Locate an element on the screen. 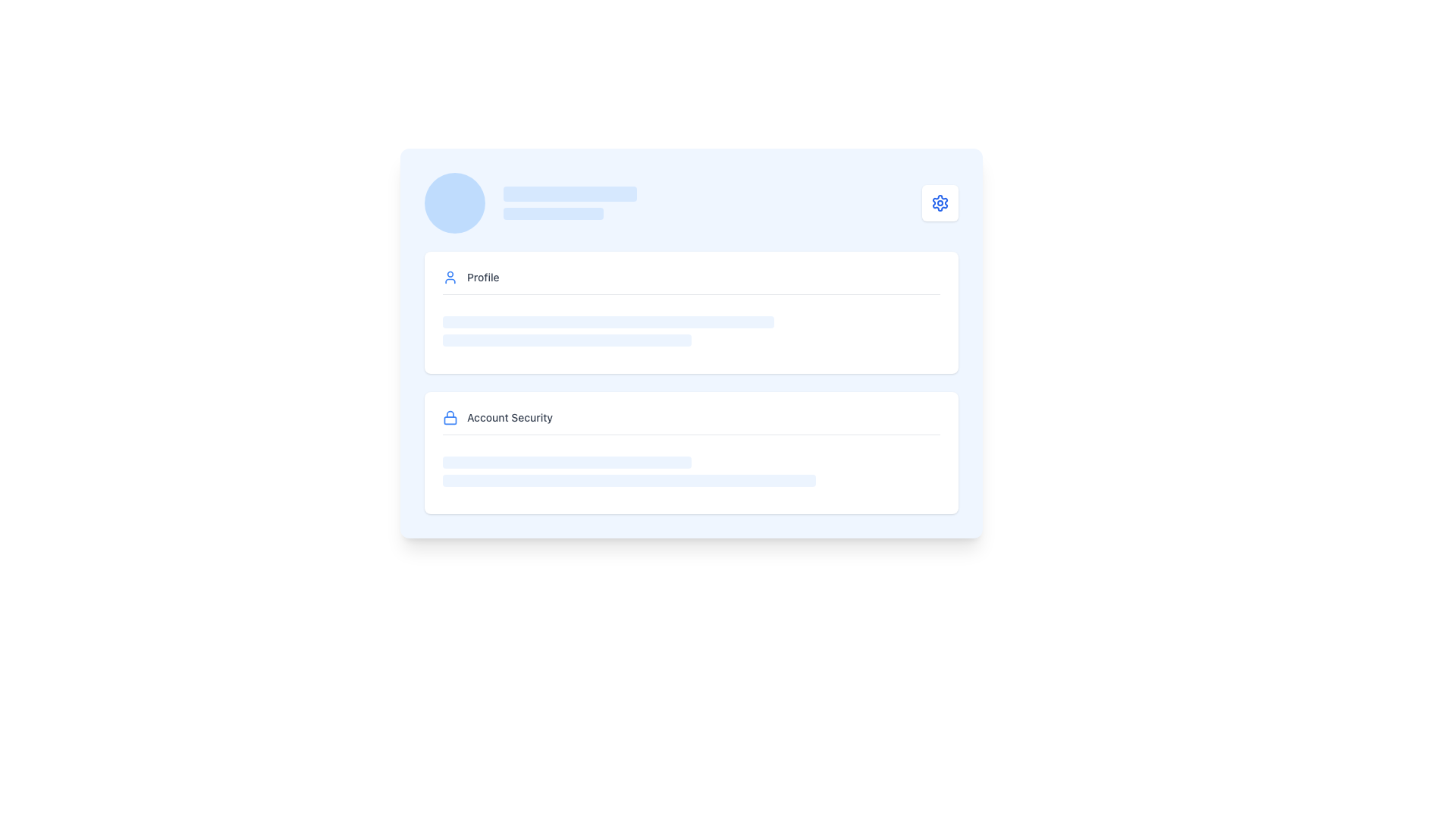 This screenshot has width=1456, height=819. the 'Account Security' text label, which is styled with a small font size and medium weight, located to the right of a lock icon in the second section of the page is located at coordinates (510, 418).